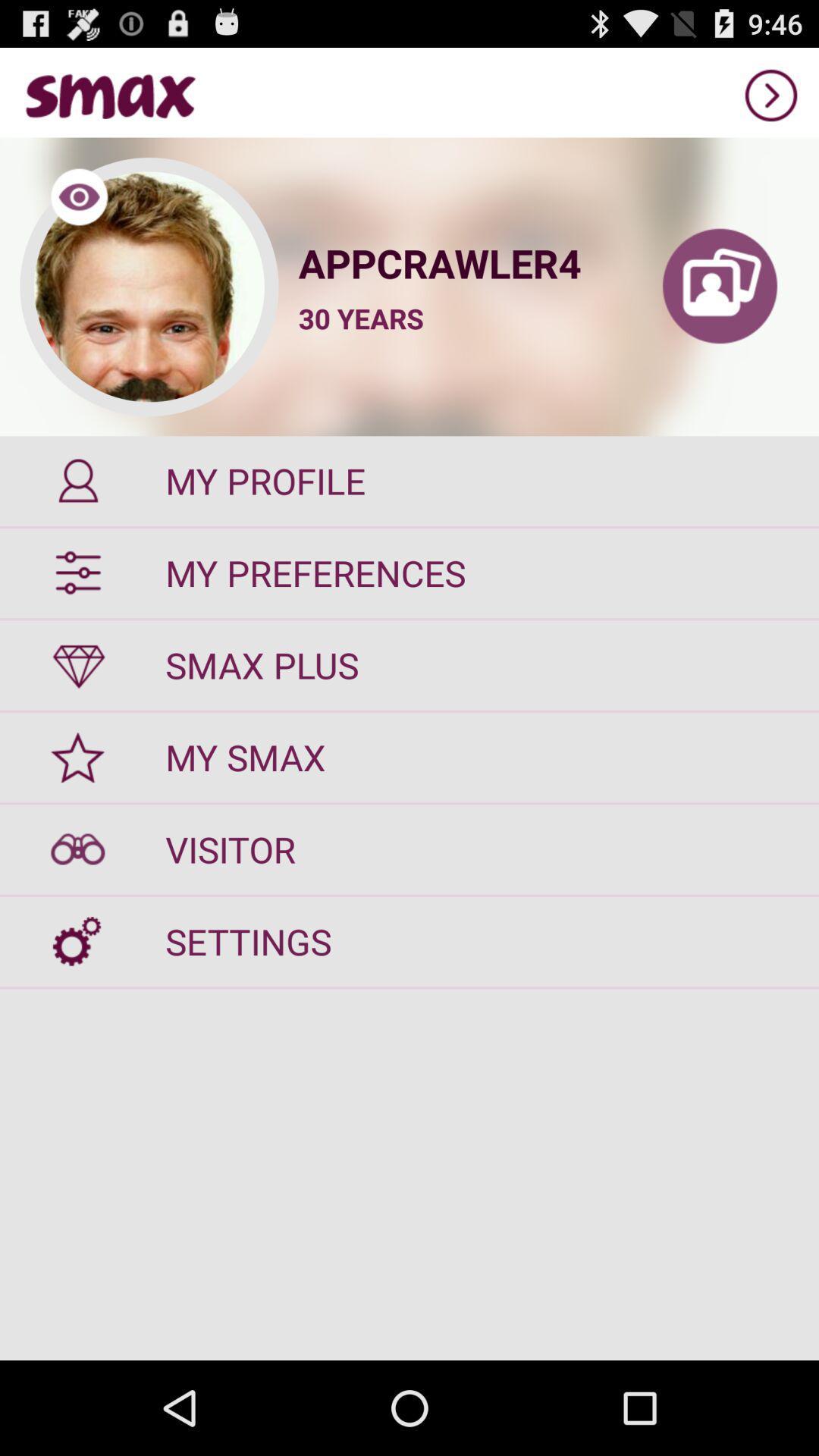 This screenshot has width=819, height=1456. What do you see at coordinates (361, 318) in the screenshot?
I see `the 30 years icon` at bounding box center [361, 318].